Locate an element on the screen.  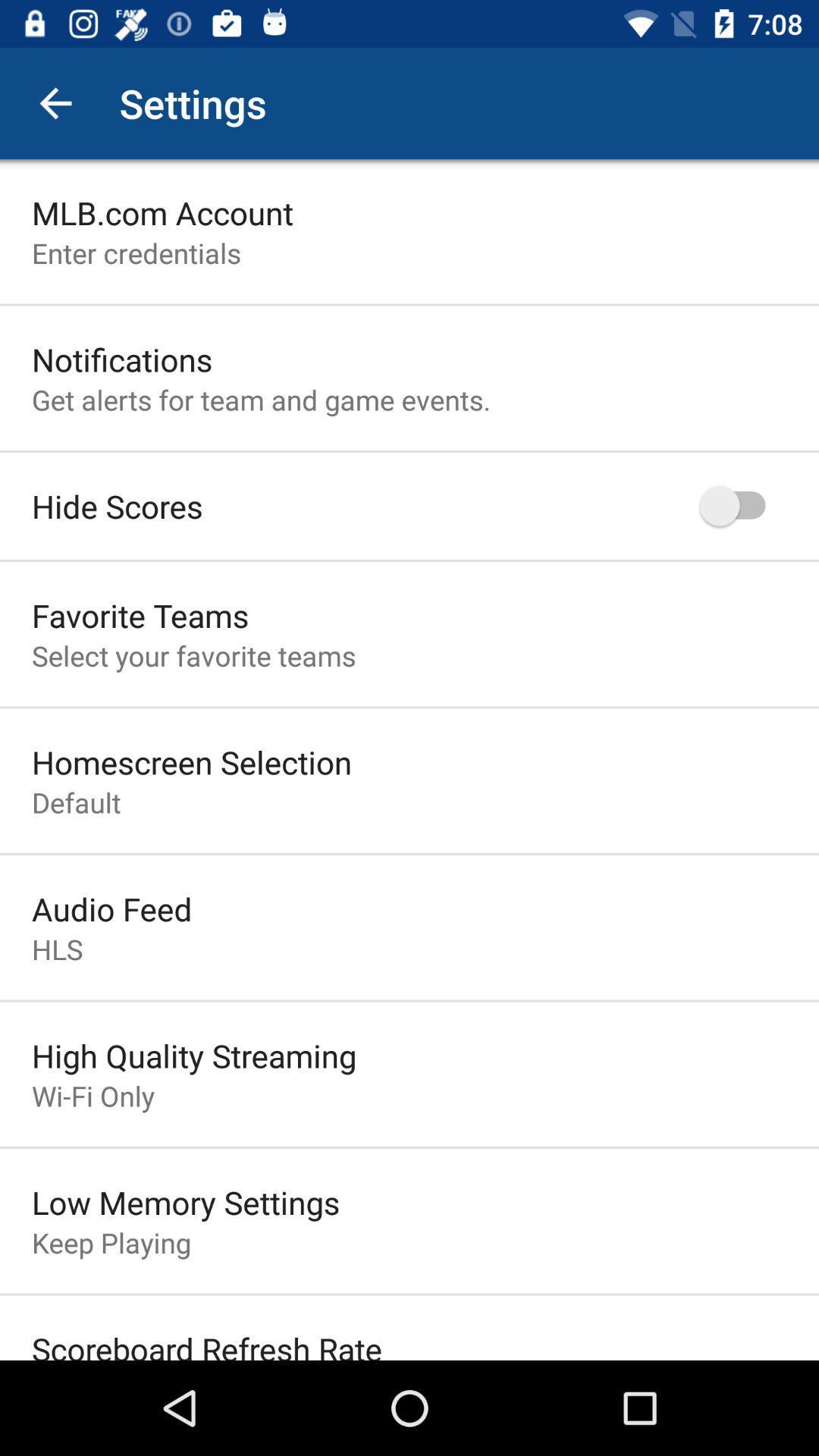
icon next to settings app is located at coordinates (55, 102).